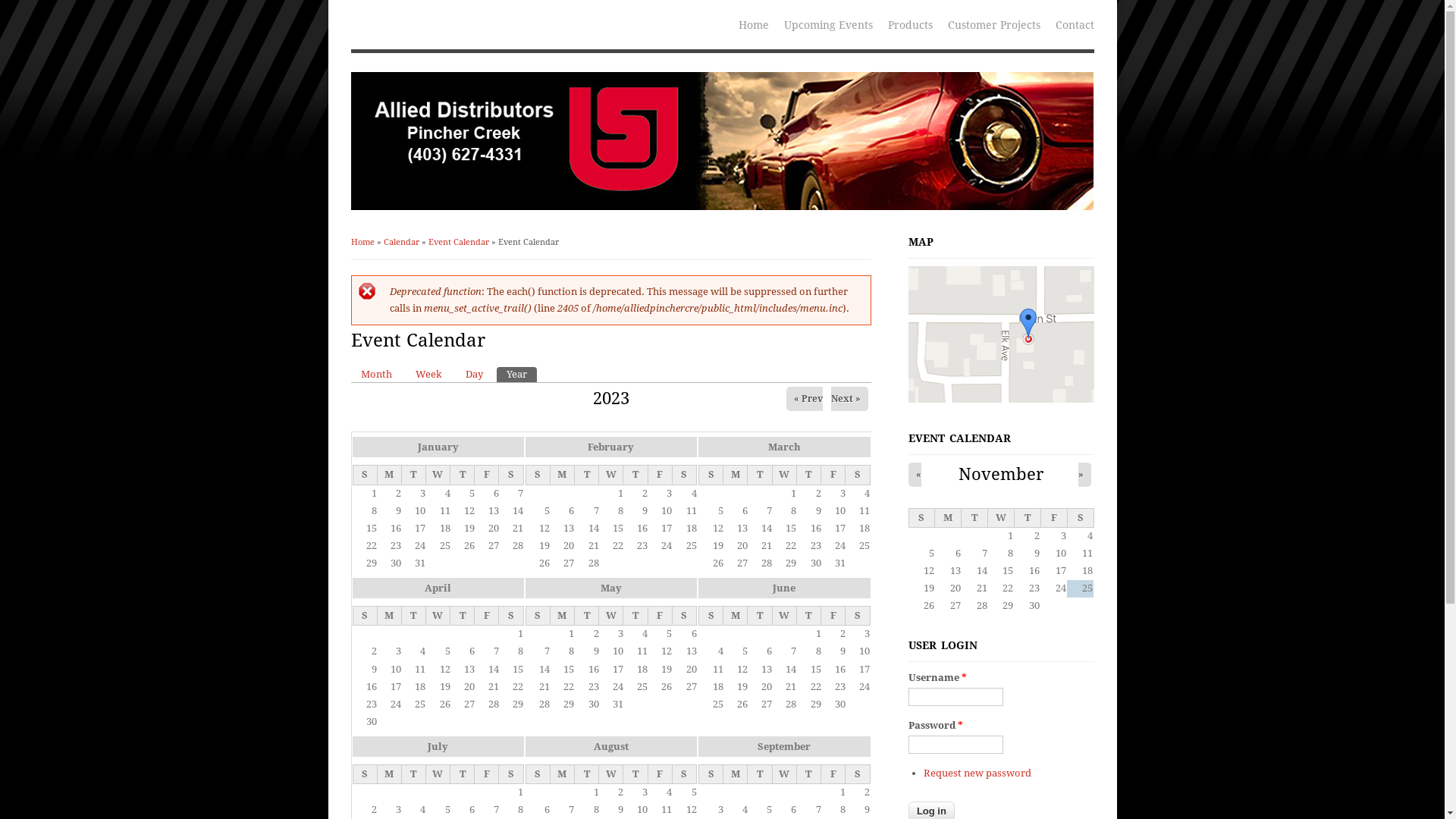  Describe the element at coordinates (610, 446) in the screenshot. I see `'February'` at that location.